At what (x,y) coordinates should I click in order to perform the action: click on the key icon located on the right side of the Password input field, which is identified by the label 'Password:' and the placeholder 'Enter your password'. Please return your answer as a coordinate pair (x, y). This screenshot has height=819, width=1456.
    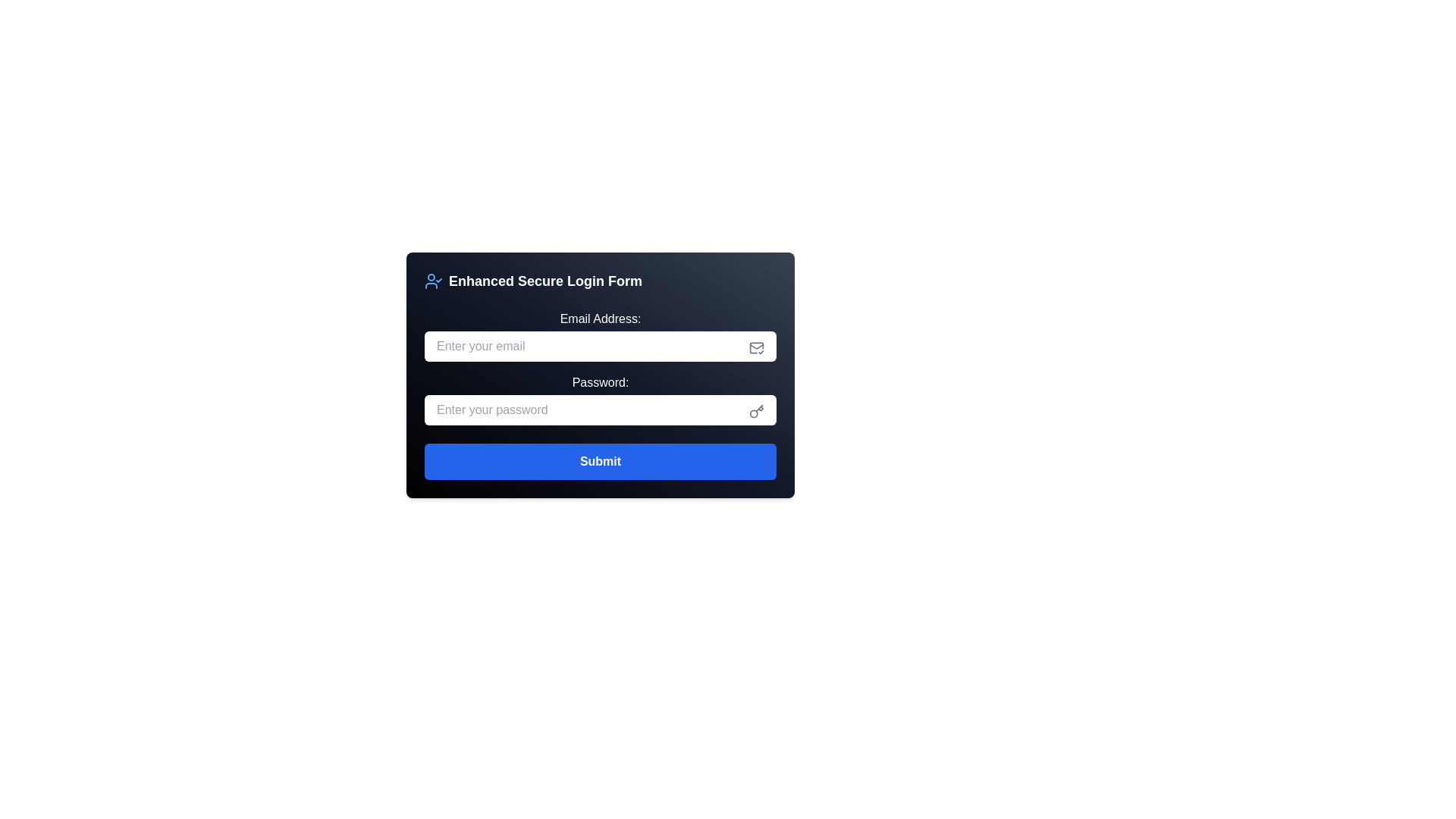
    Looking at the image, I should click on (600, 399).